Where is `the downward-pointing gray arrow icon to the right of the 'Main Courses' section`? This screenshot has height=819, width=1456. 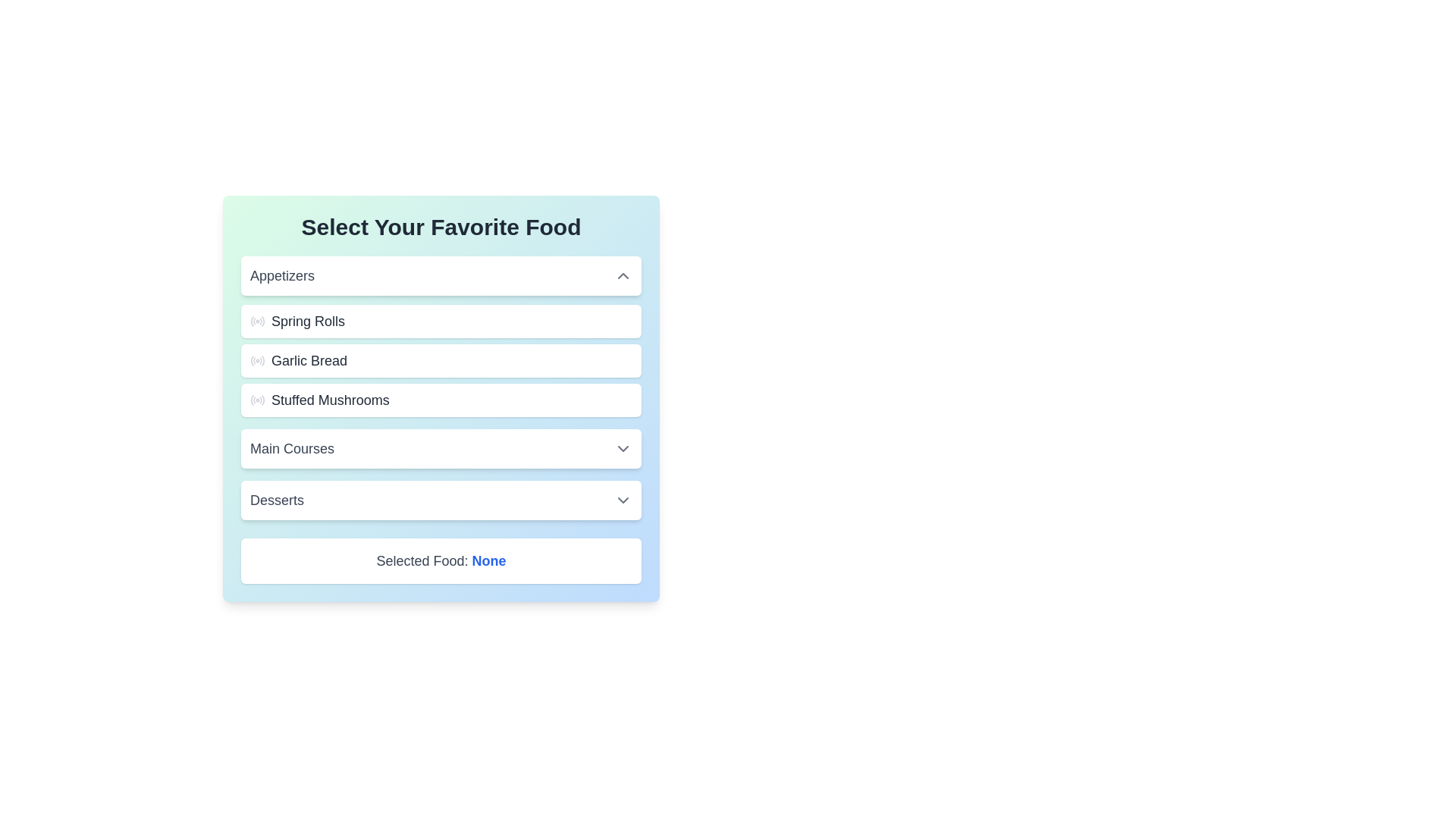 the downward-pointing gray arrow icon to the right of the 'Main Courses' section is located at coordinates (623, 447).